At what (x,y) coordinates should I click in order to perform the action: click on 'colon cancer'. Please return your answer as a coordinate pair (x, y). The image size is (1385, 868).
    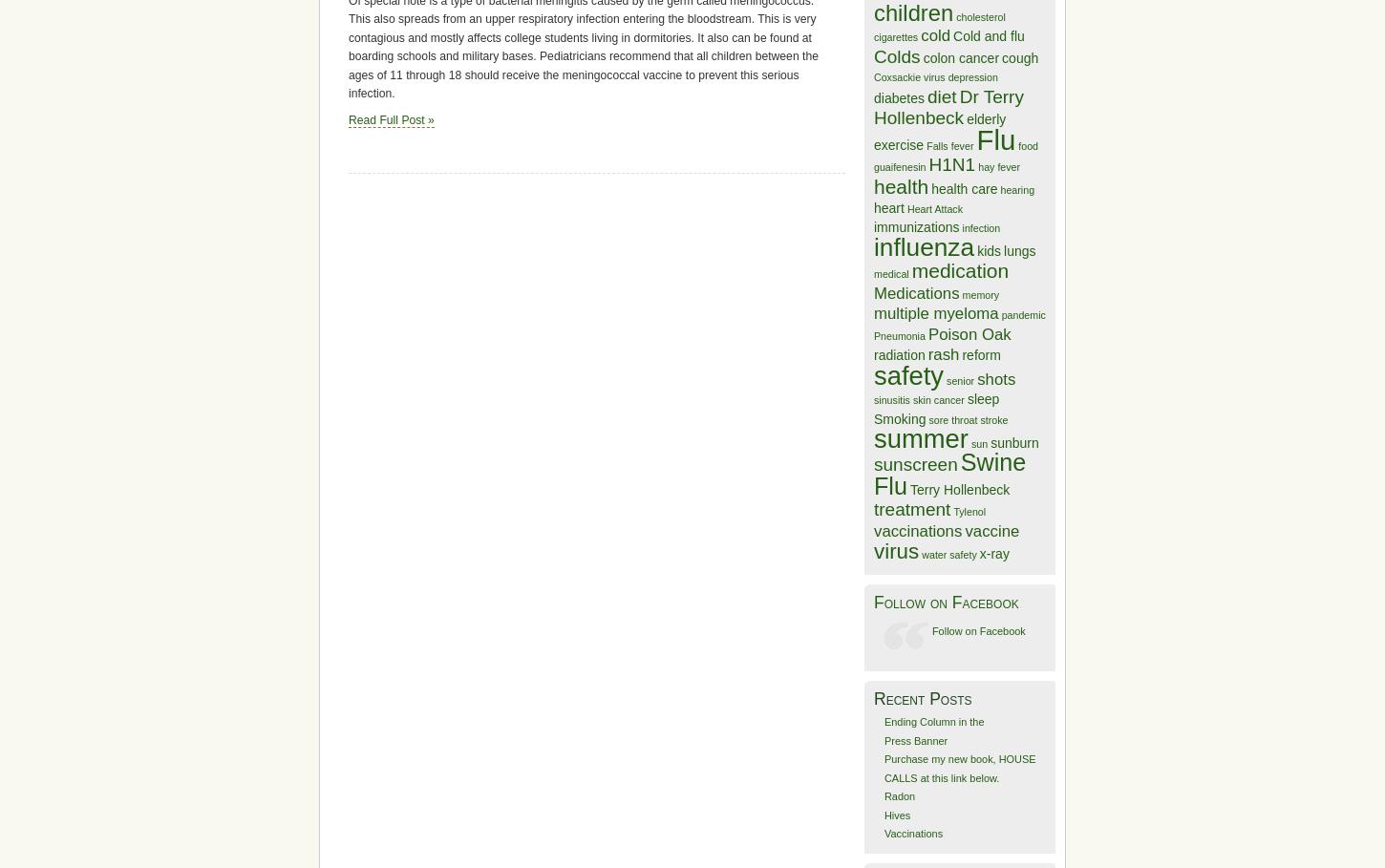
    Looking at the image, I should click on (961, 56).